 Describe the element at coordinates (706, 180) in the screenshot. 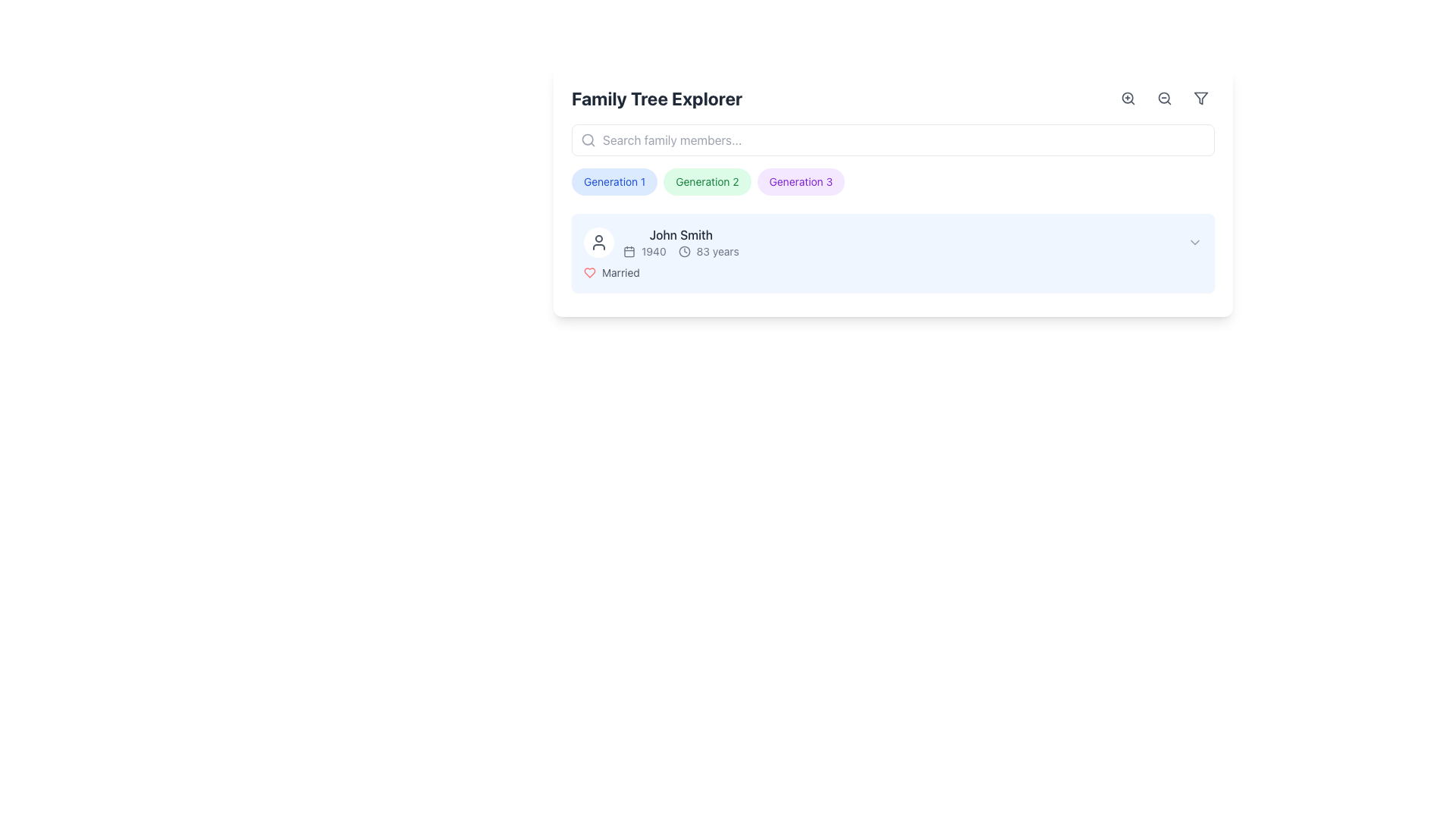

I see `the 'Generation 2' button, which is the second button in a row of three buttons labeled 'Generation 1', 'Generation 2', and 'Generation 3'` at that location.